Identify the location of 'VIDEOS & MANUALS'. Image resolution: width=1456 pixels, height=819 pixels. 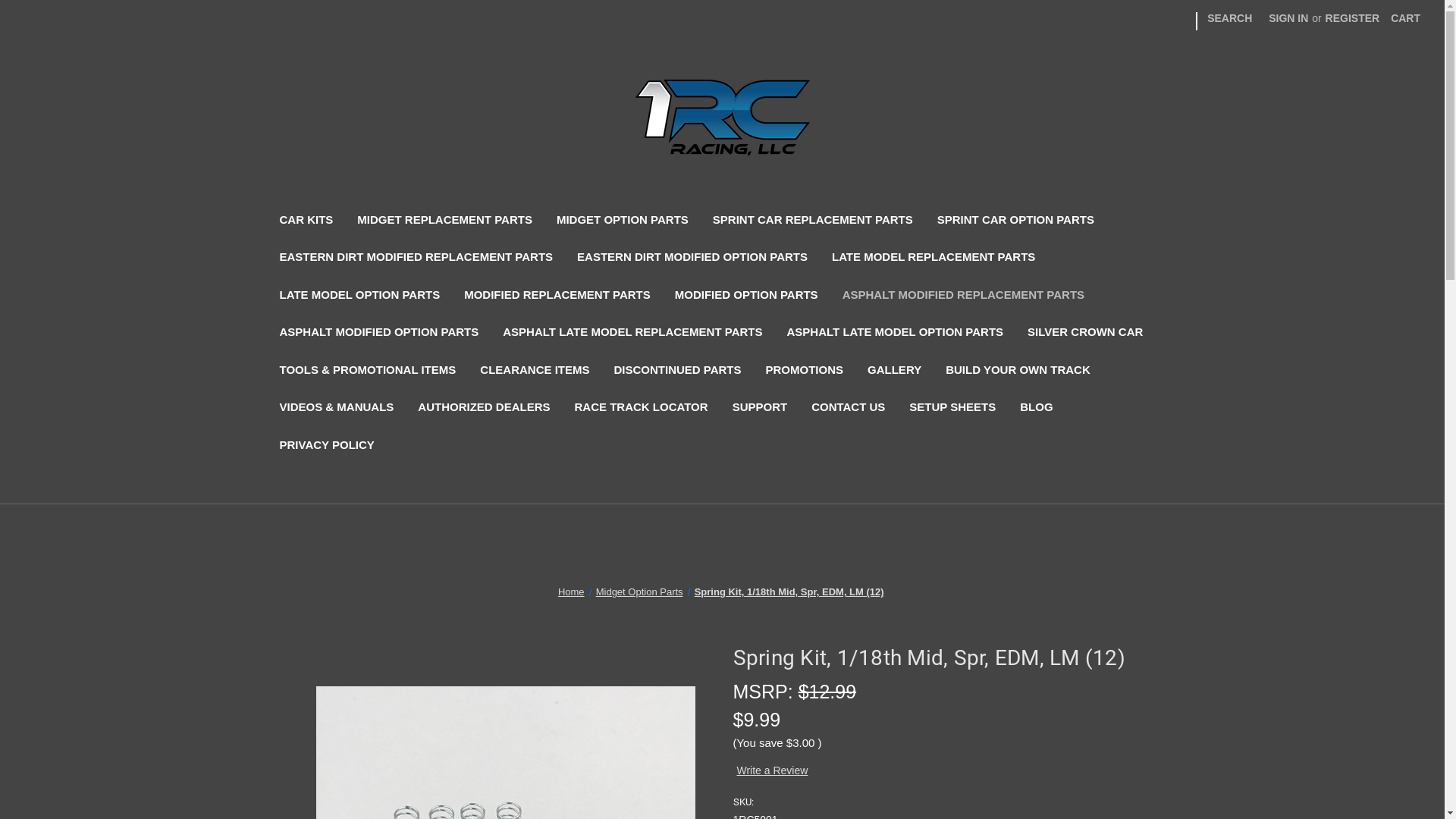
(335, 408).